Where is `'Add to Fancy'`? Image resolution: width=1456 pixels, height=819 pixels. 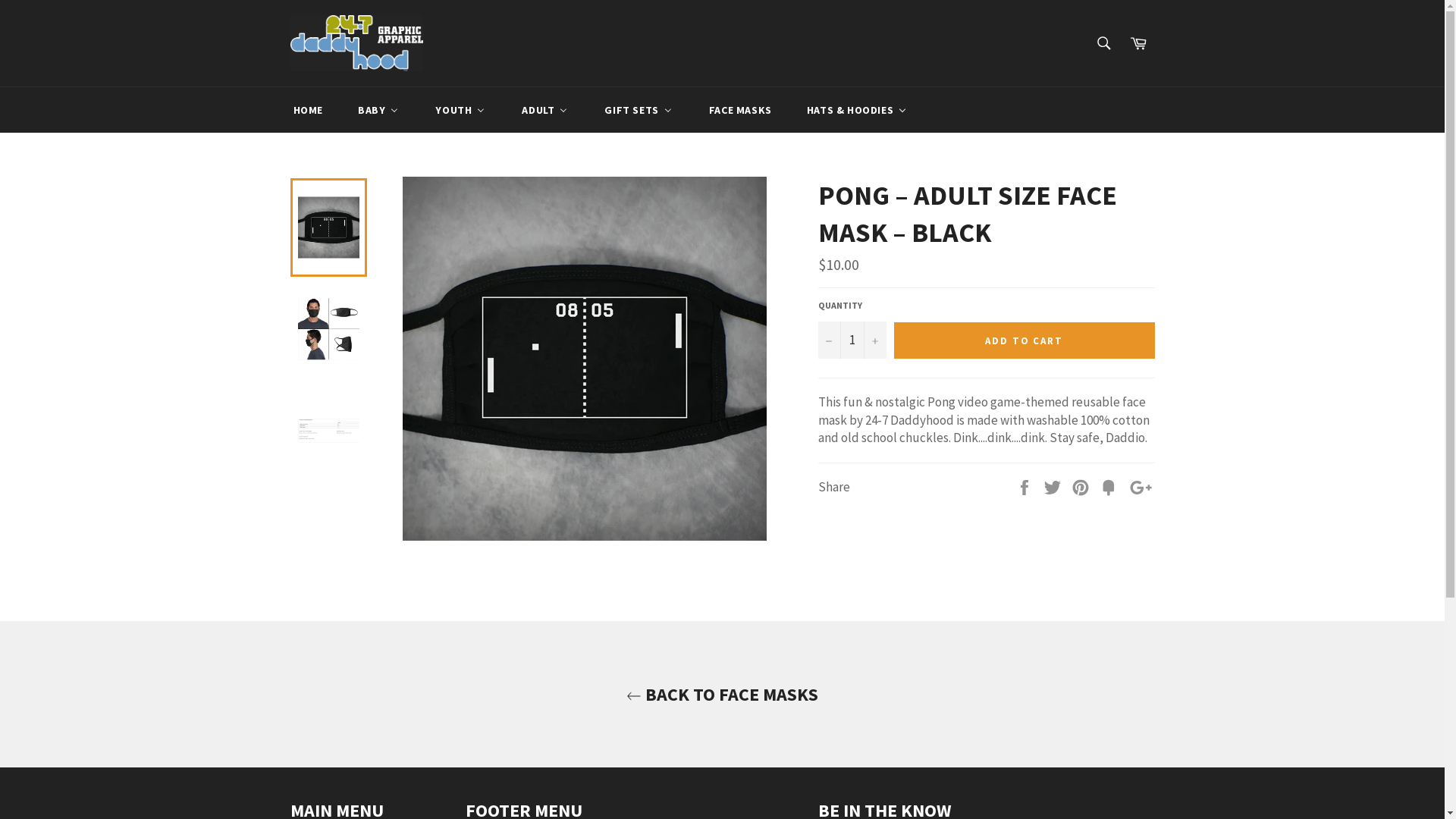 'Add to Fancy' is located at coordinates (1109, 486).